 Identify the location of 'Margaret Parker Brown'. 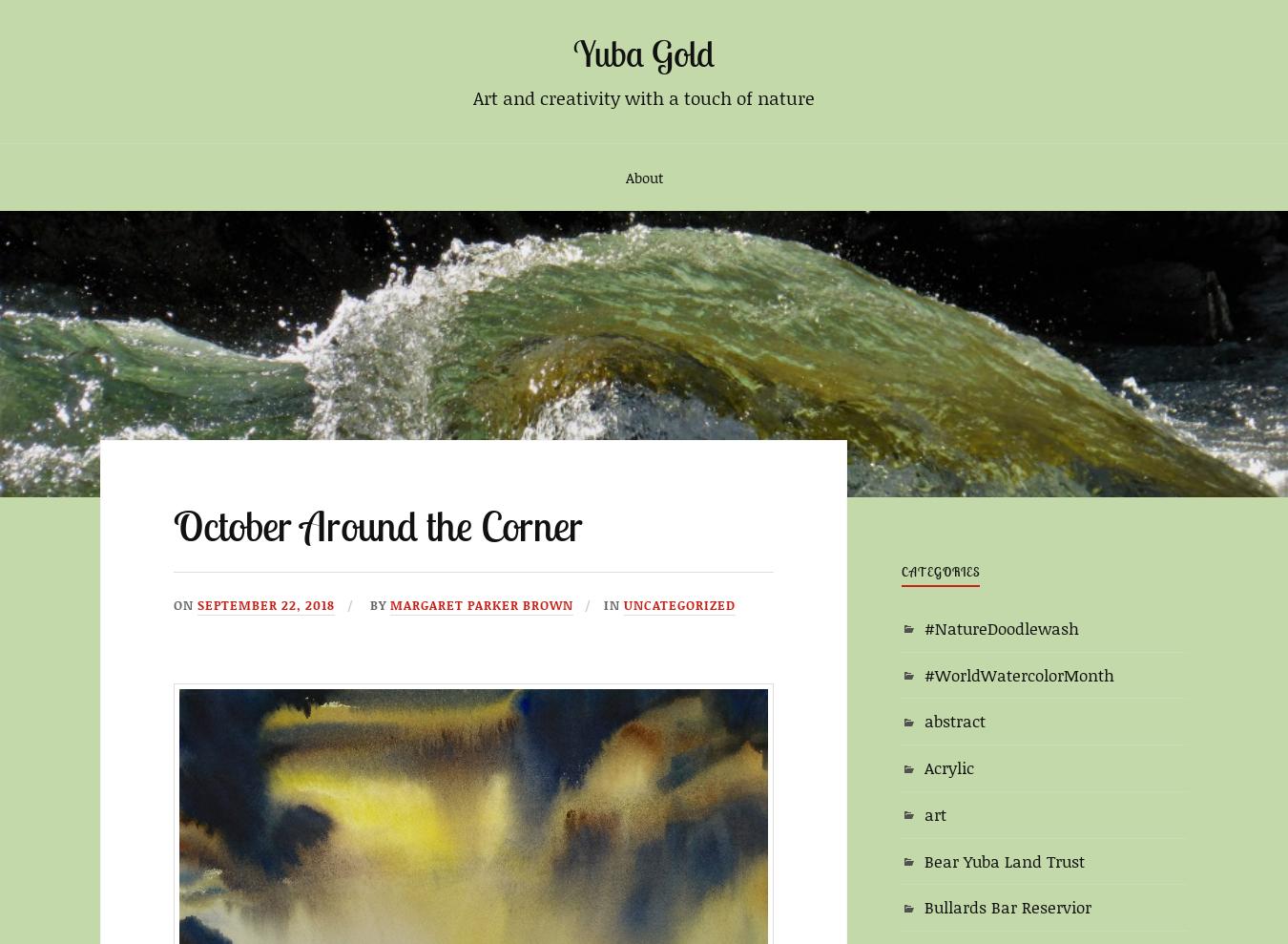
(479, 605).